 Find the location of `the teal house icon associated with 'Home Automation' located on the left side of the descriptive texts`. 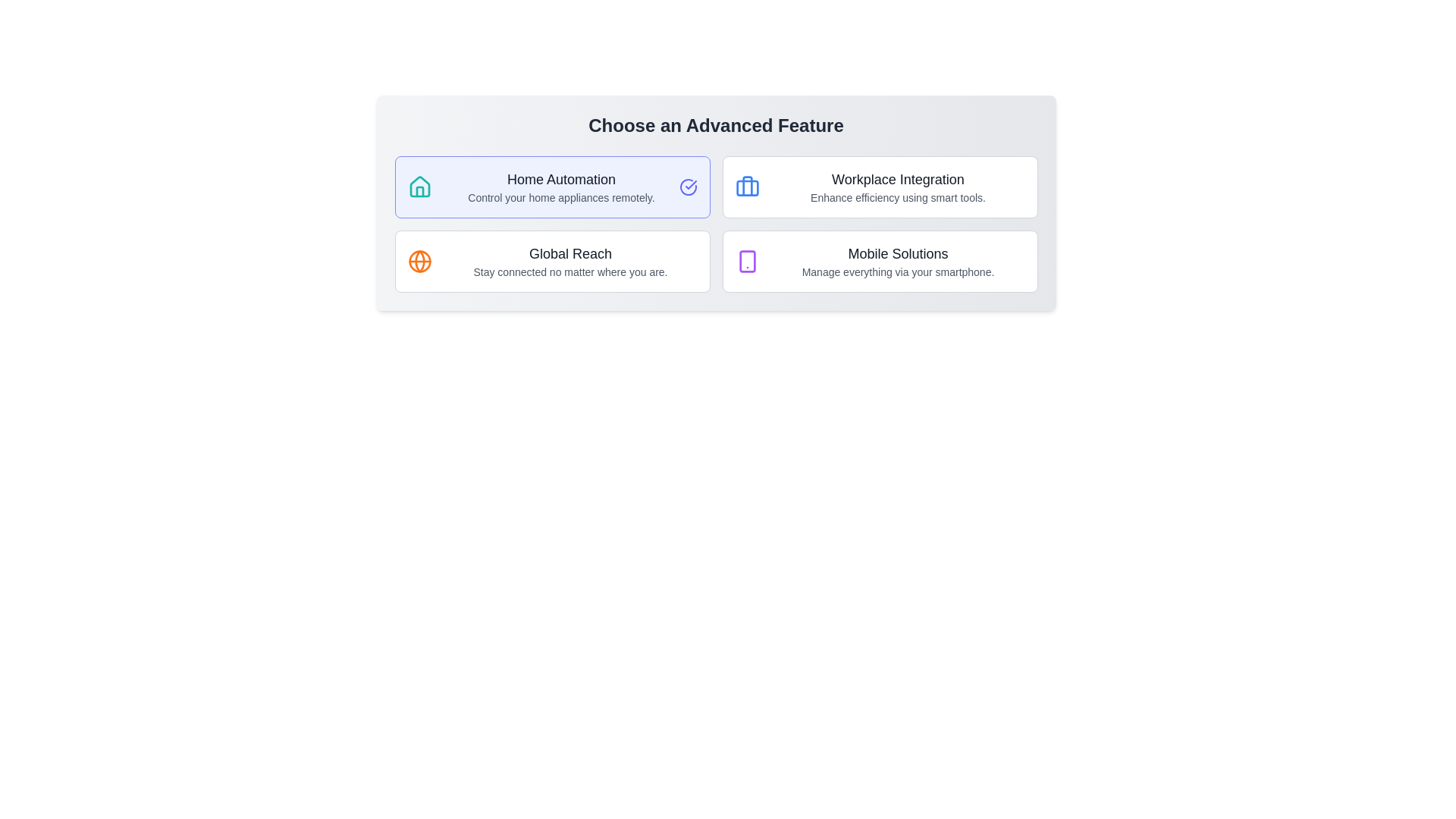

the teal house icon associated with 'Home Automation' located on the left side of the descriptive texts is located at coordinates (419, 186).